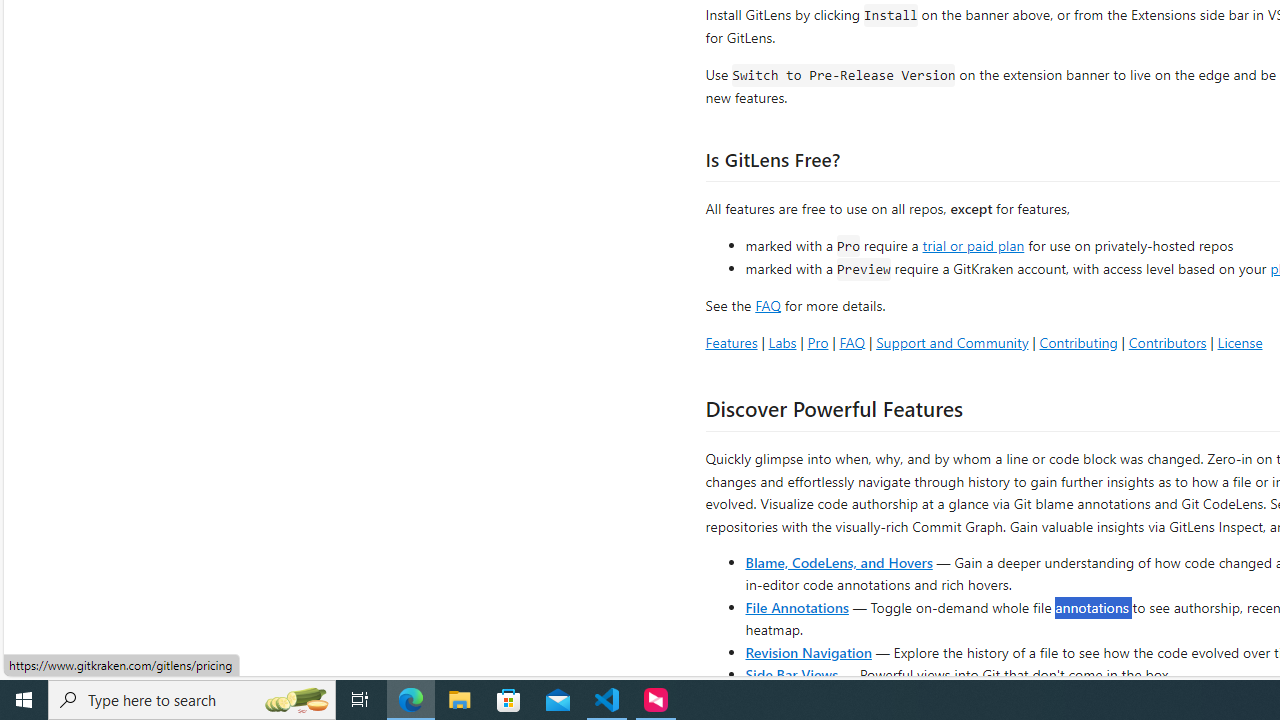 This screenshot has height=720, width=1280. What do you see at coordinates (790, 673) in the screenshot?
I see `'Side Bar Views'` at bounding box center [790, 673].